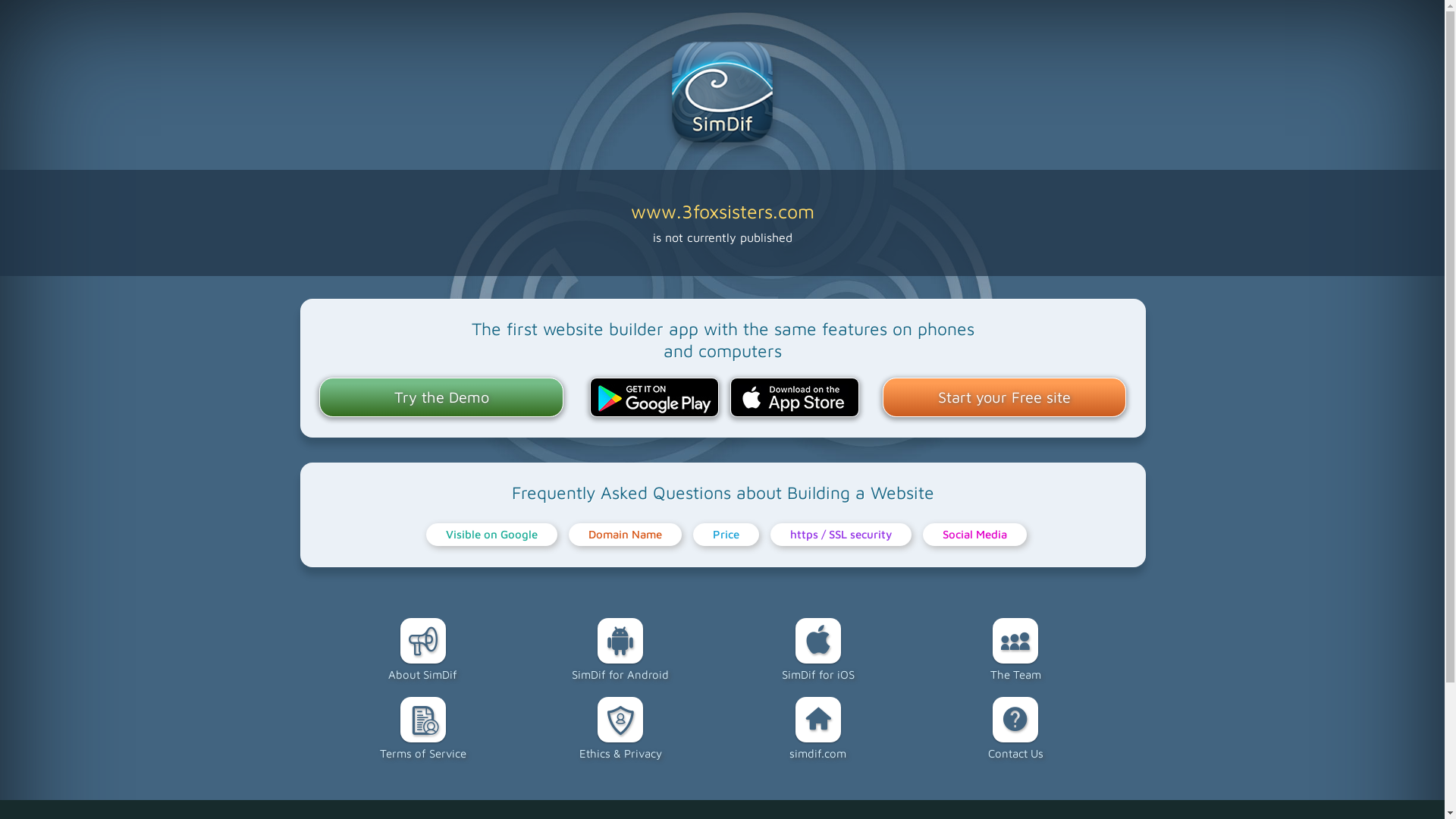  What do you see at coordinates (422, 727) in the screenshot?
I see `'Terms of Service'` at bounding box center [422, 727].